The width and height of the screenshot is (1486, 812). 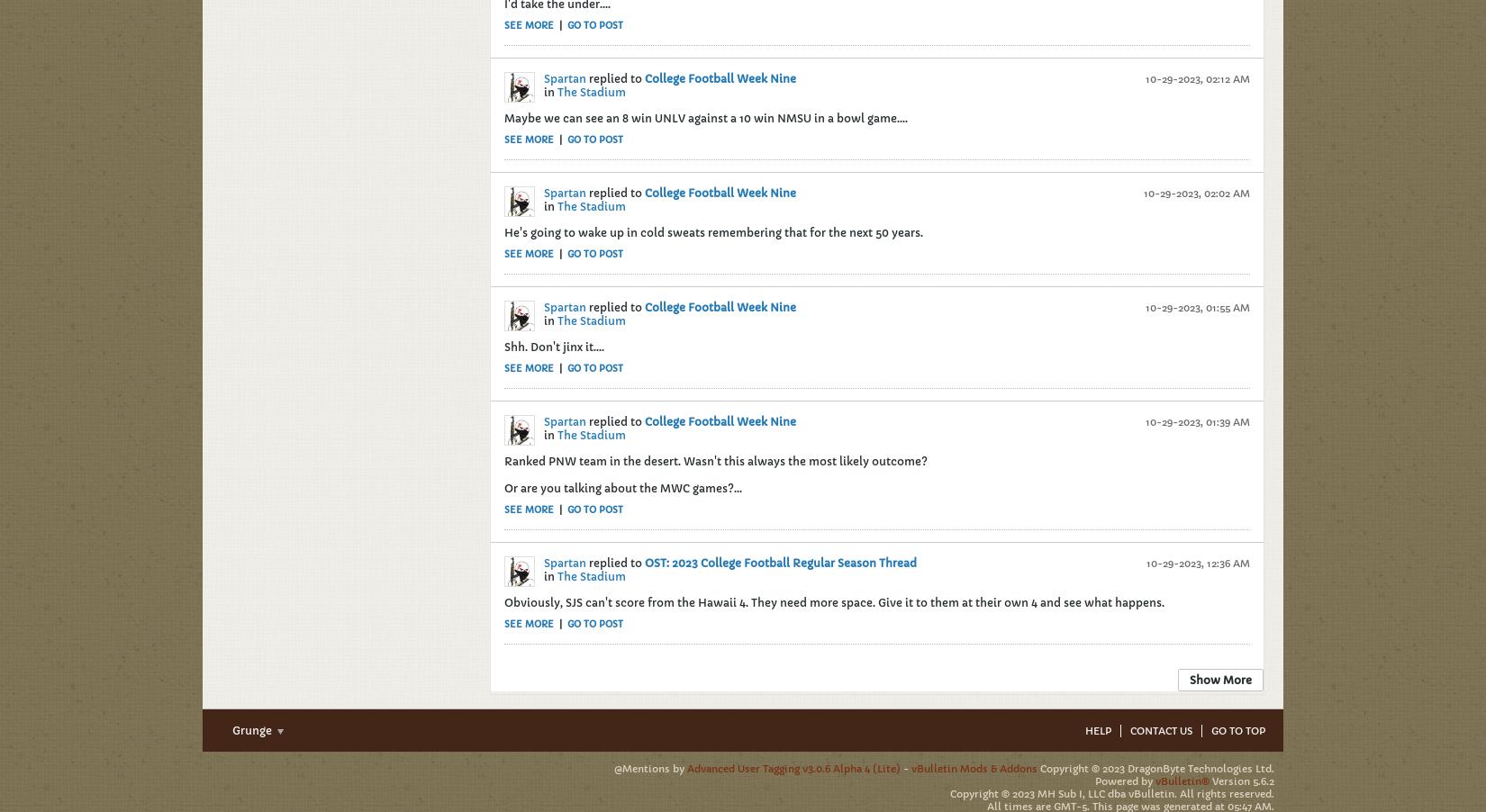 I want to click on 'Version 5.6.2', so click(x=1241, y=780).